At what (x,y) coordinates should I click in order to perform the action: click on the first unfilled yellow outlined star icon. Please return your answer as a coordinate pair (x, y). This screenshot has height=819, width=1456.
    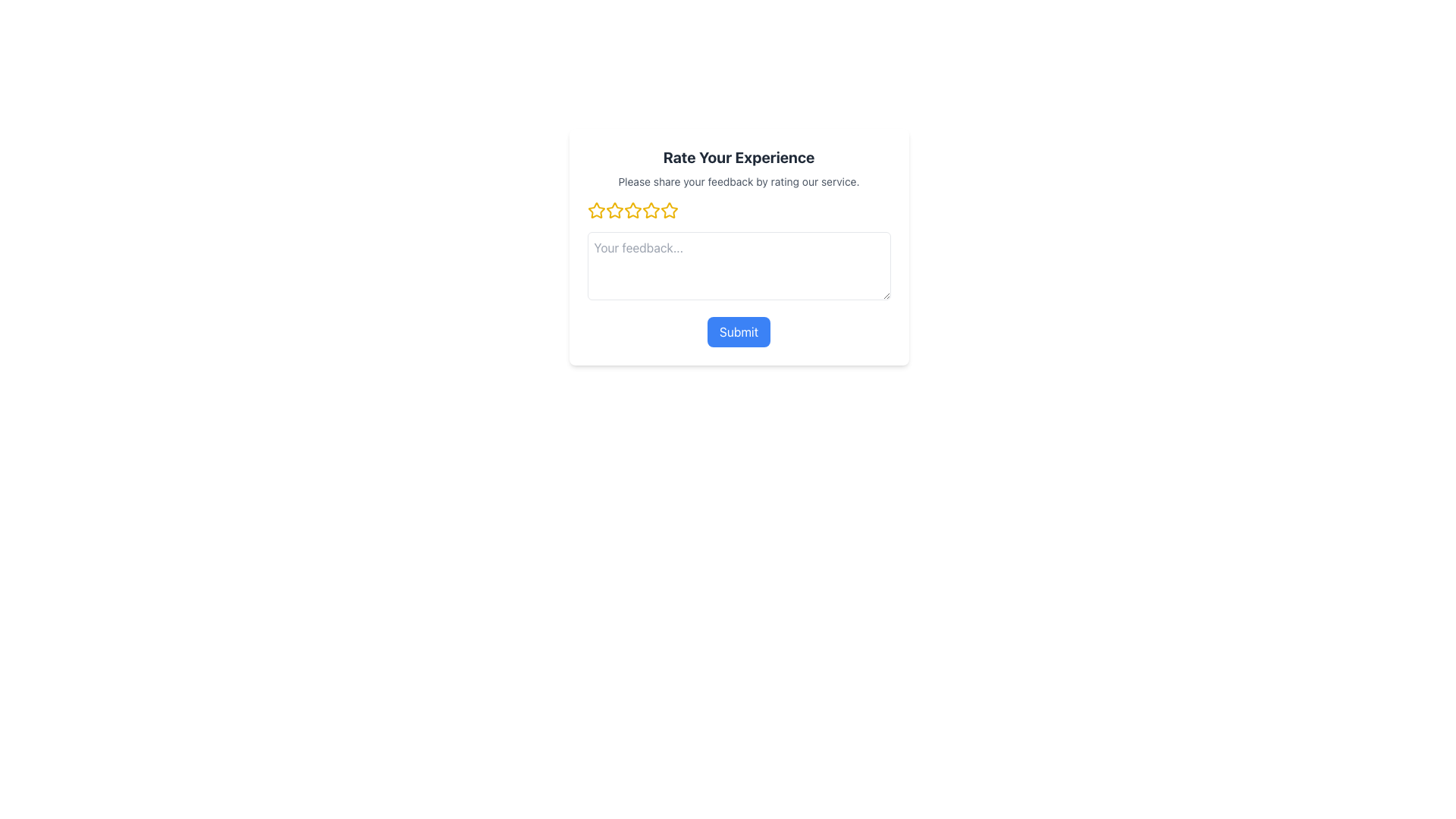
    Looking at the image, I should click on (595, 210).